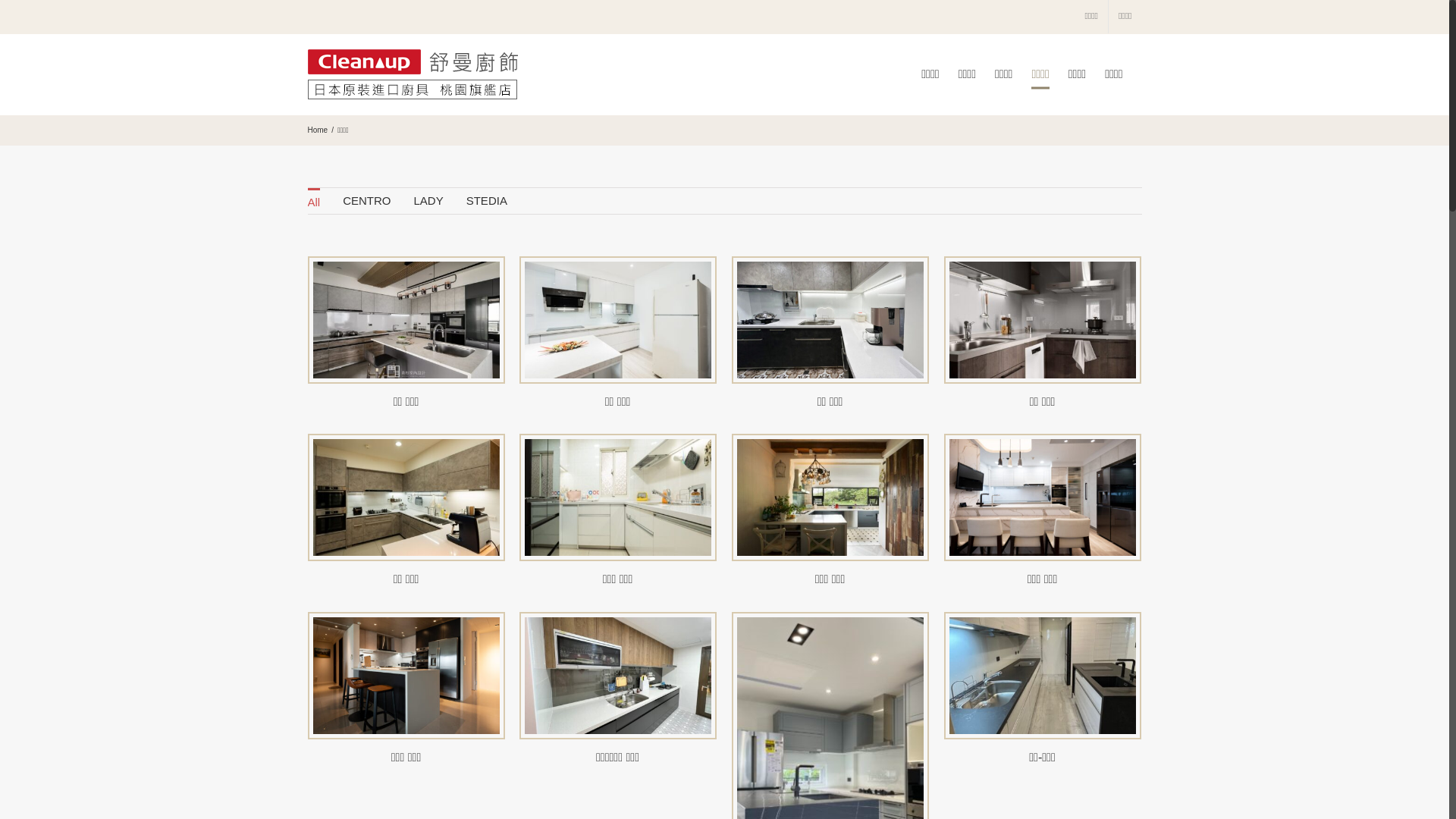 The height and width of the screenshot is (819, 1456). Describe the element at coordinates (341, 200) in the screenshot. I see `'CENTRO'` at that location.